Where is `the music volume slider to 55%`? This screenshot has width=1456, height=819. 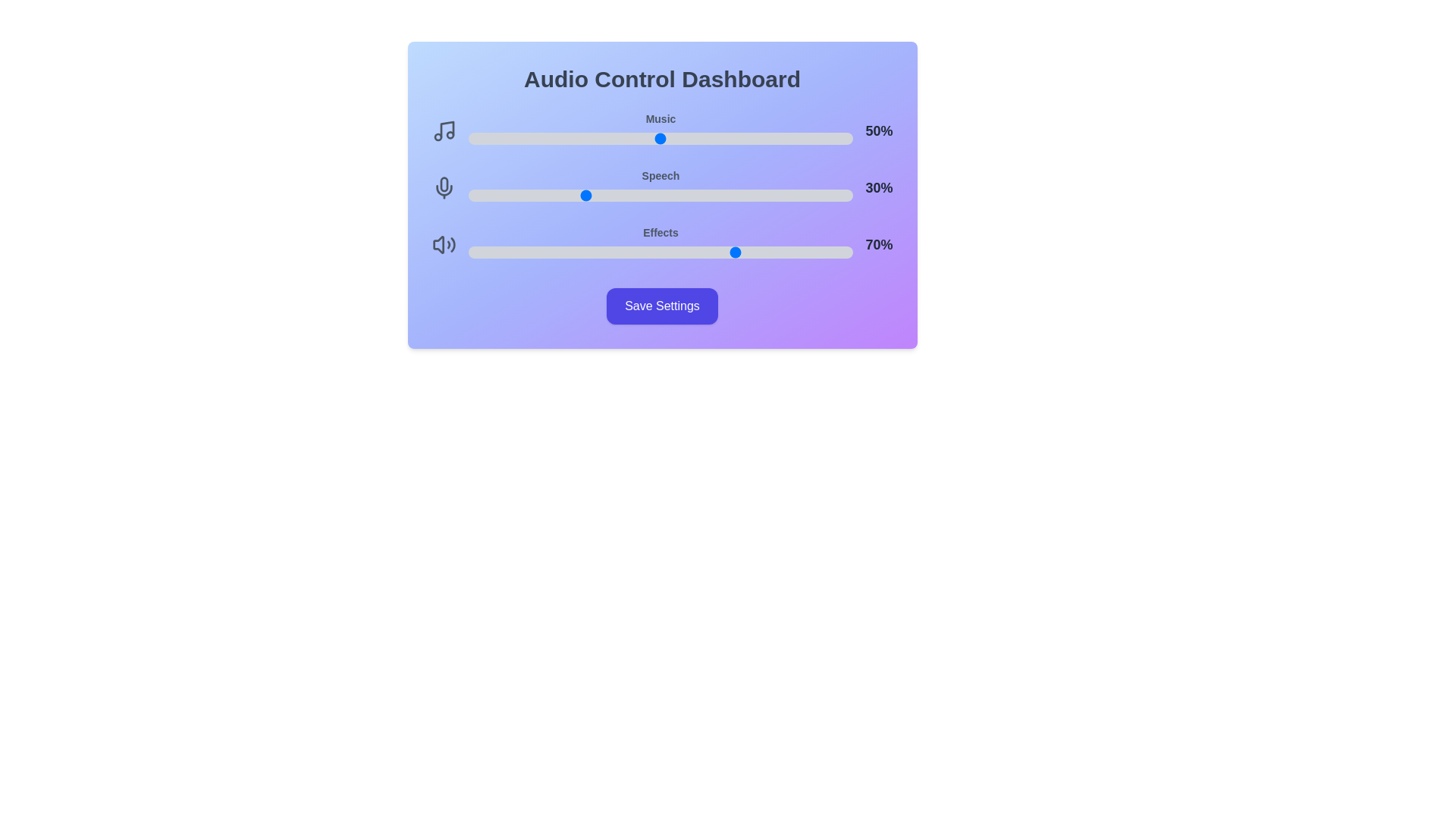 the music volume slider to 55% is located at coordinates (679, 138).